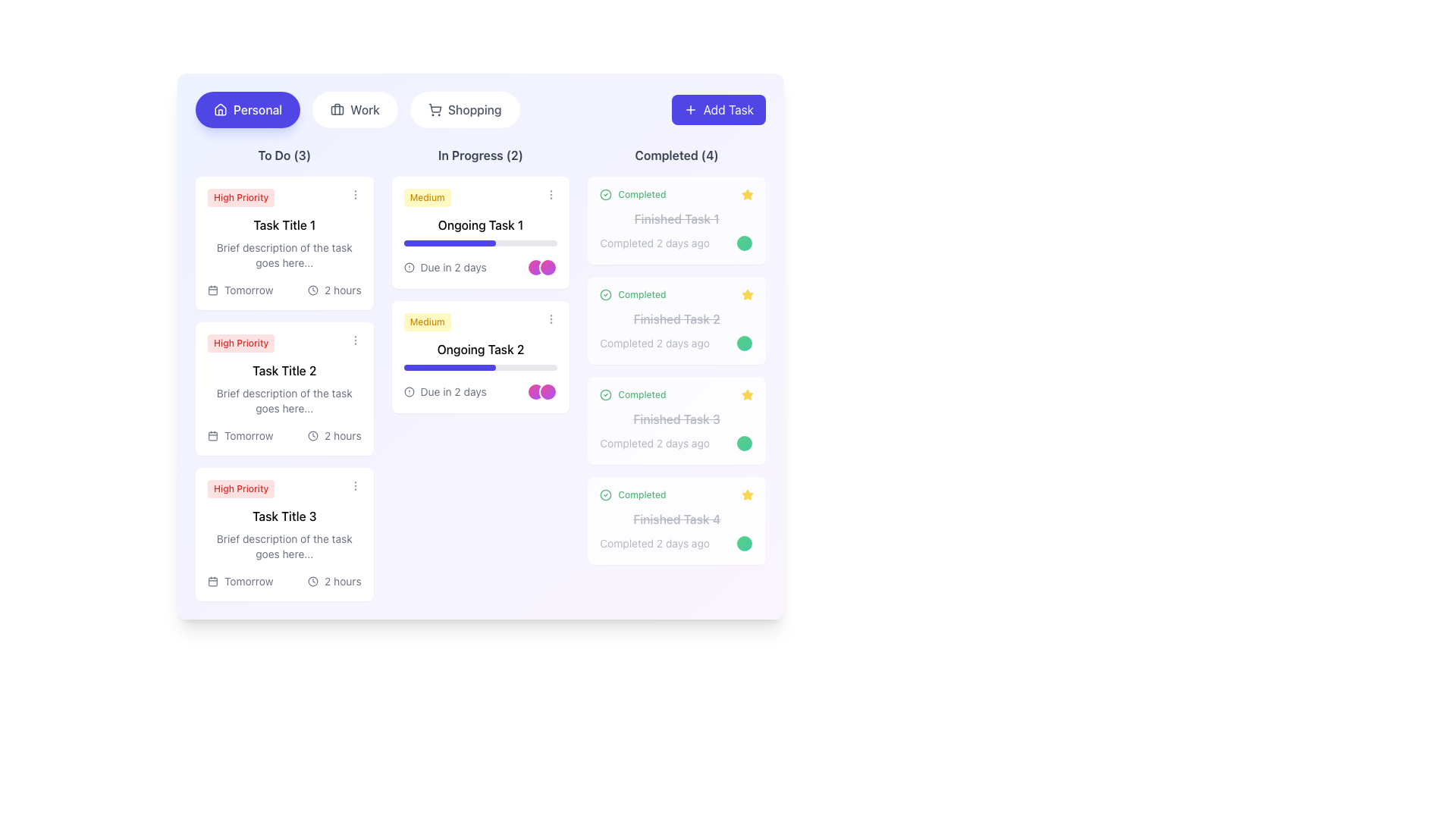 The image size is (1456, 819). What do you see at coordinates (479, 225) in the screenshot?
I see `the Text label that serves as the title for the task card located in the 'In Progress' column, positioned above the 'Ongoing Task 2' card` at bounding box center [479, 225].